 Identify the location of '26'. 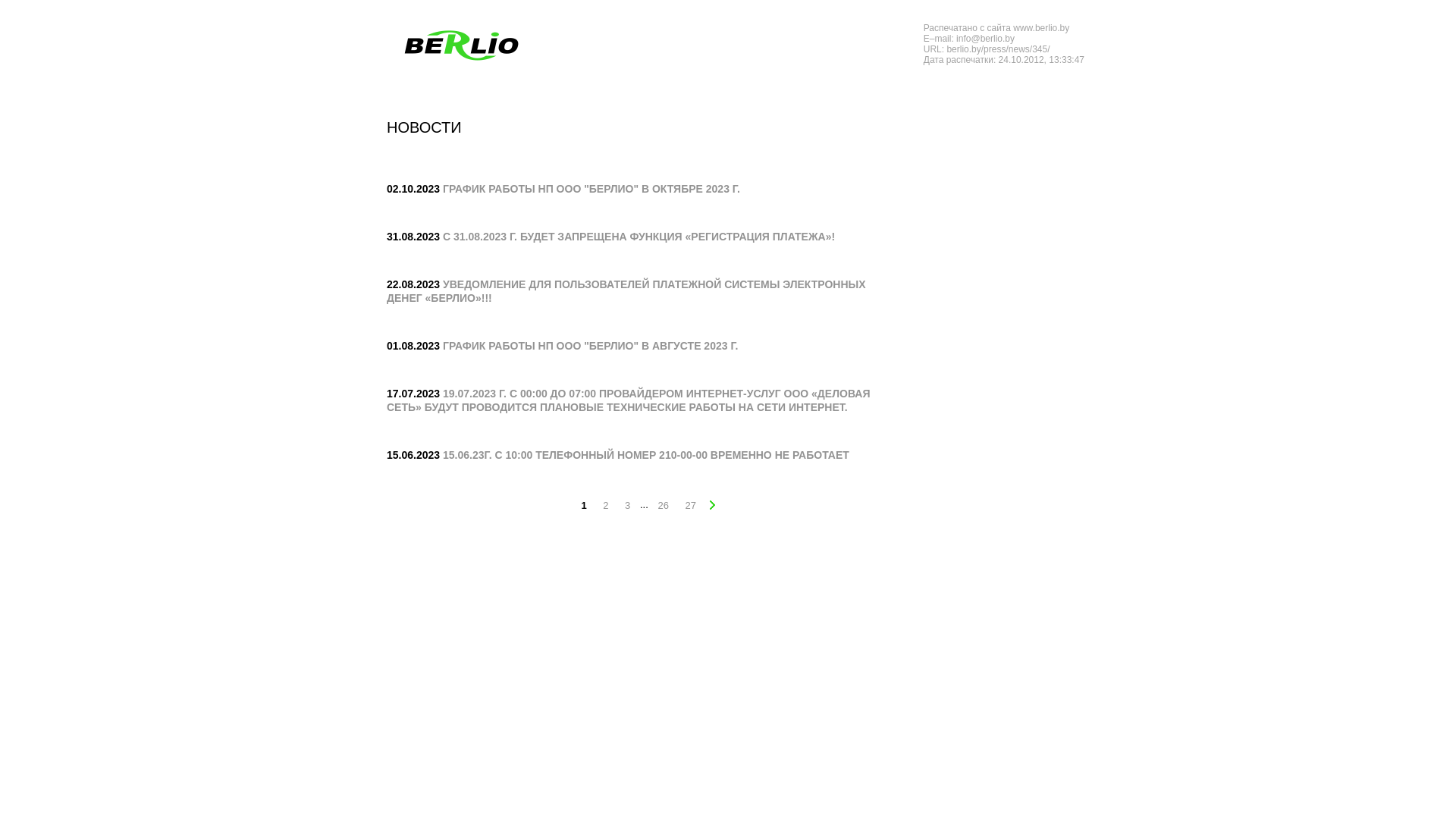
(652, 506).